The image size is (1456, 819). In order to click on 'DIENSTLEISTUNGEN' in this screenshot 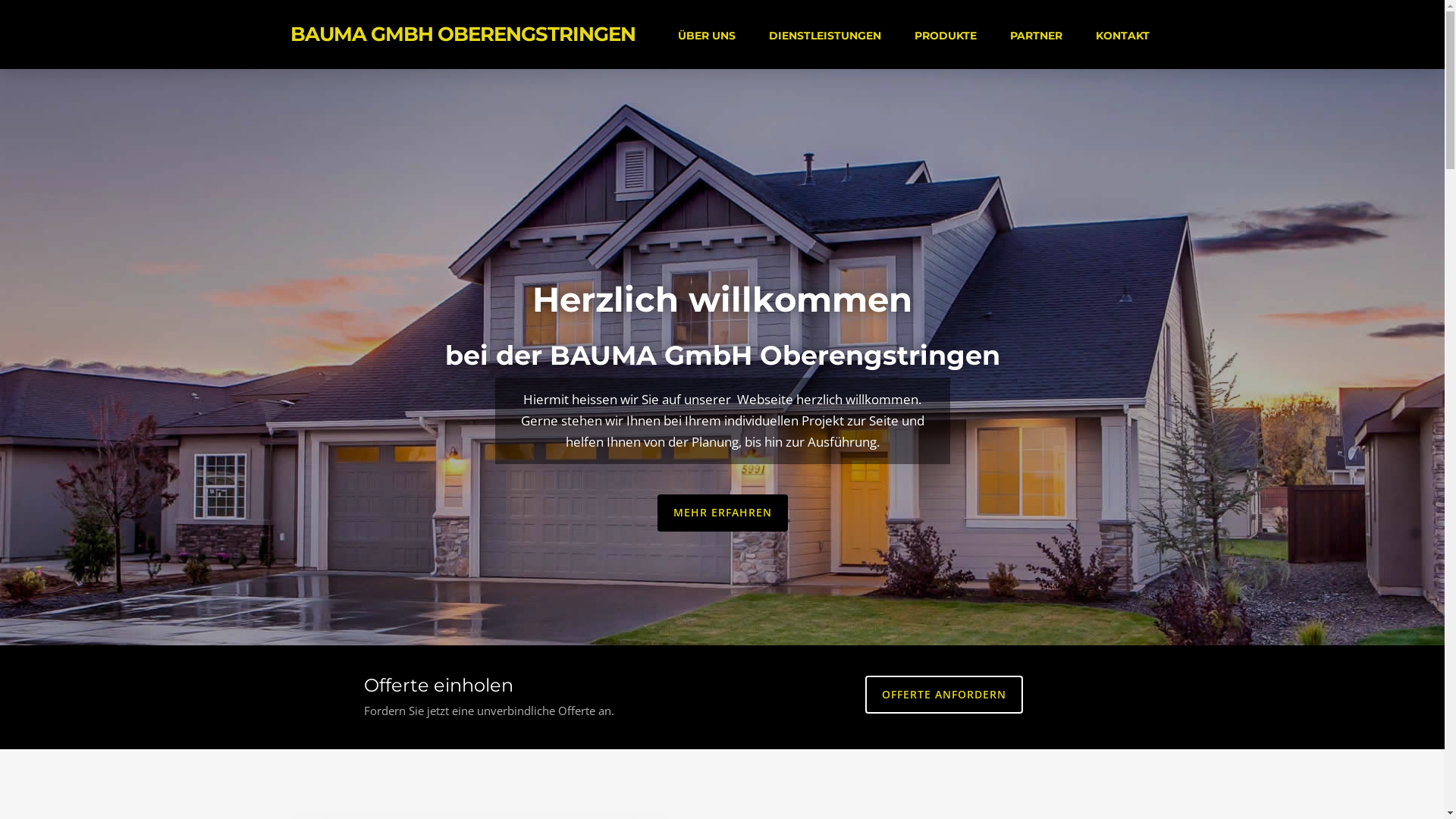, I will do `click(824, 34)`.